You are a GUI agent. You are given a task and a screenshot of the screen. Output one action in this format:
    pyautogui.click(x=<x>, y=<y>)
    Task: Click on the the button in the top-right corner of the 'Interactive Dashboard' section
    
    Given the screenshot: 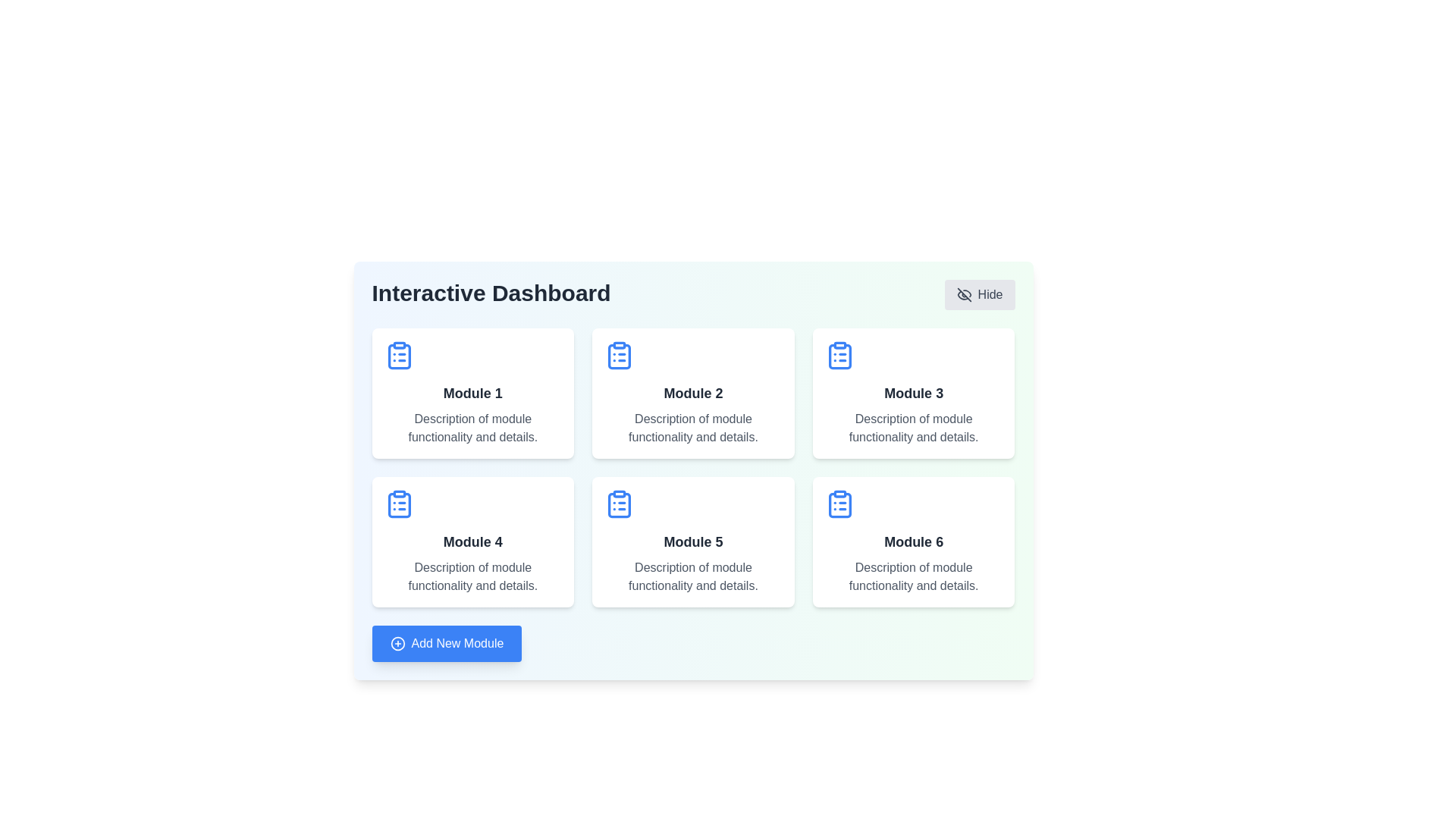 What is the action you would take?
    pyautogui.click(x=979, y=295)
    